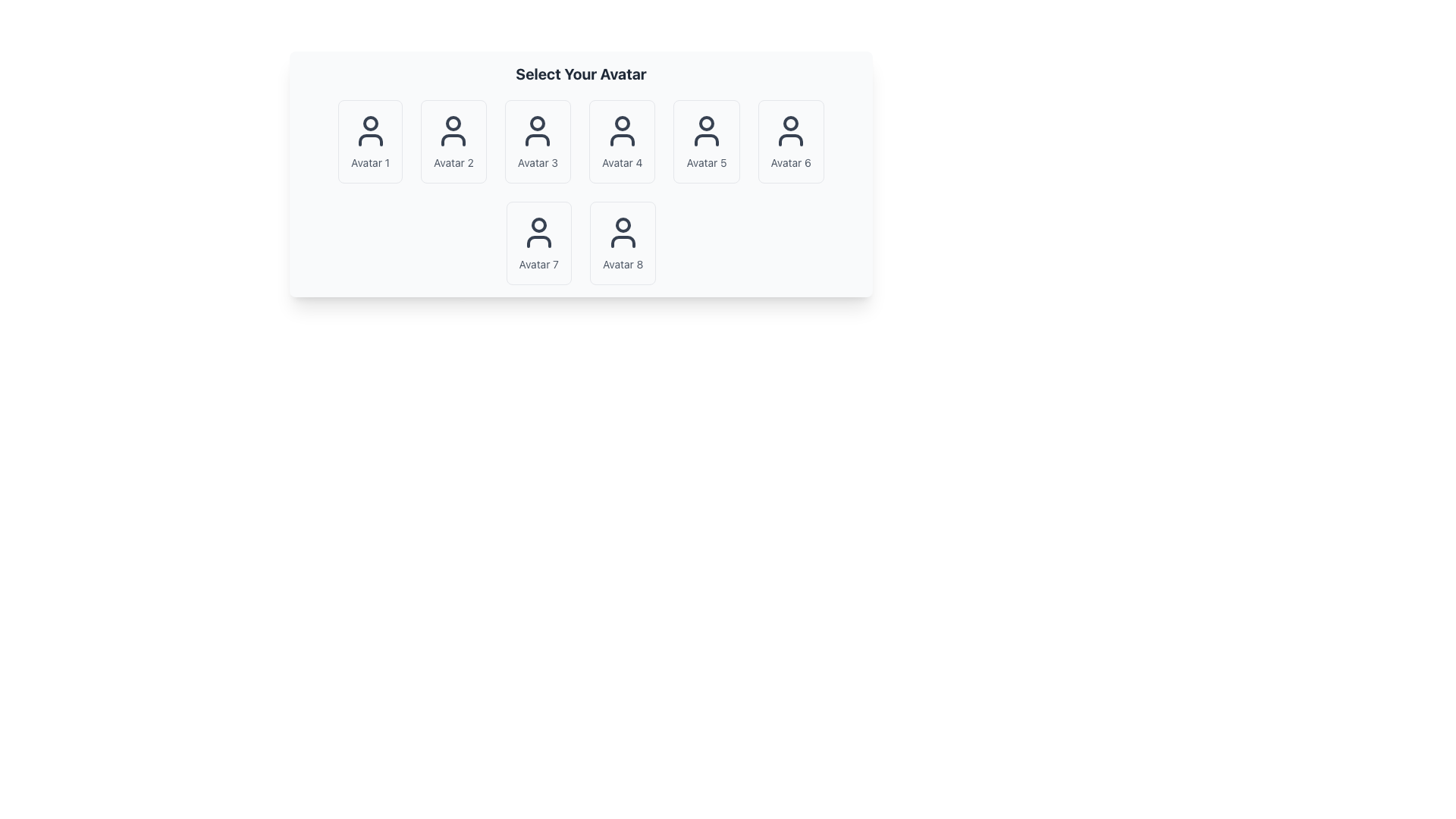  I want to click on the user profile silhouette avatar icon labeled 'Avatar 2', so click(453, 130).